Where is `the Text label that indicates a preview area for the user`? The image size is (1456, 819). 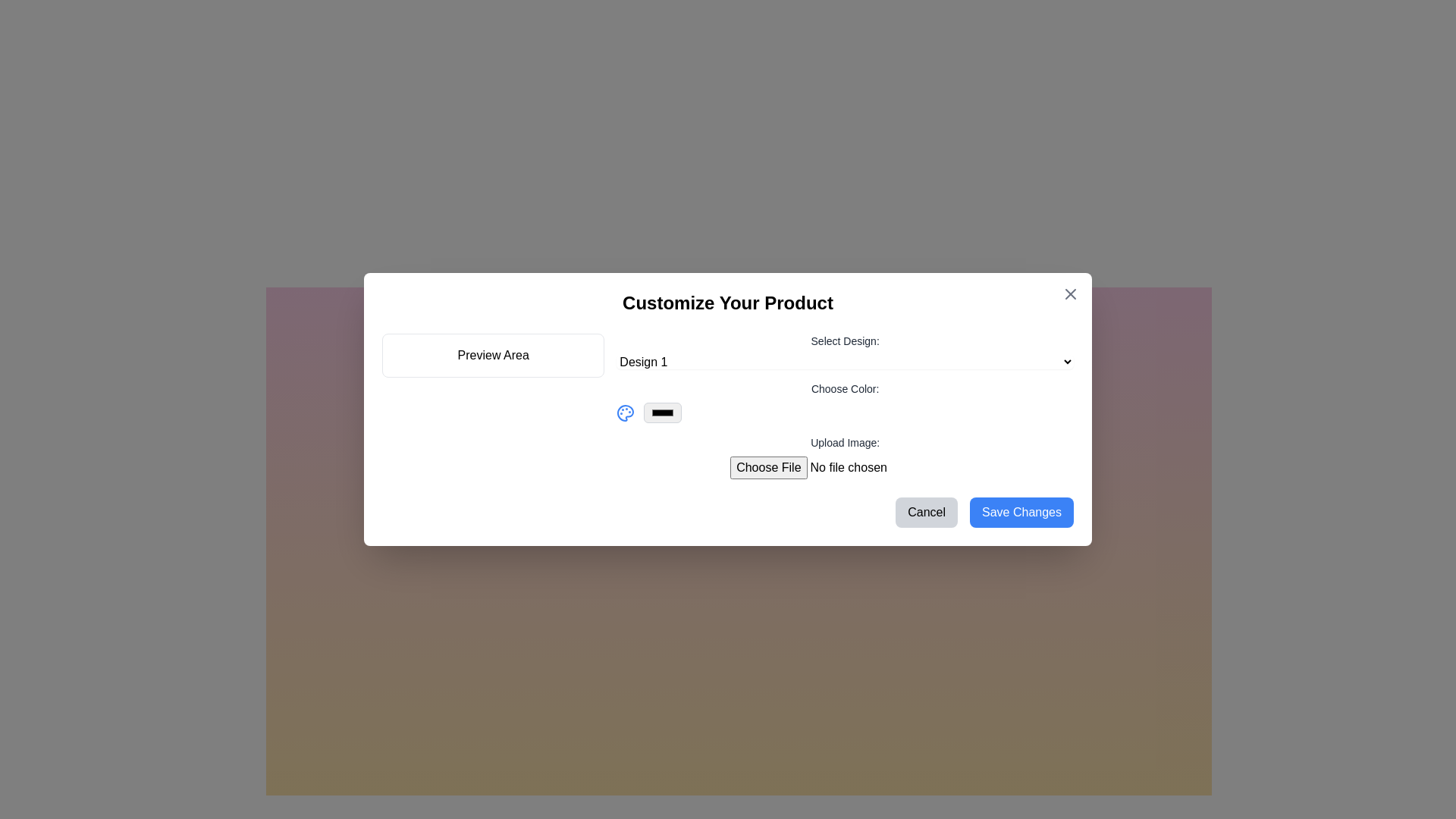
the Text label that indicates a preview area for the user is located at coordinates (493, 356).